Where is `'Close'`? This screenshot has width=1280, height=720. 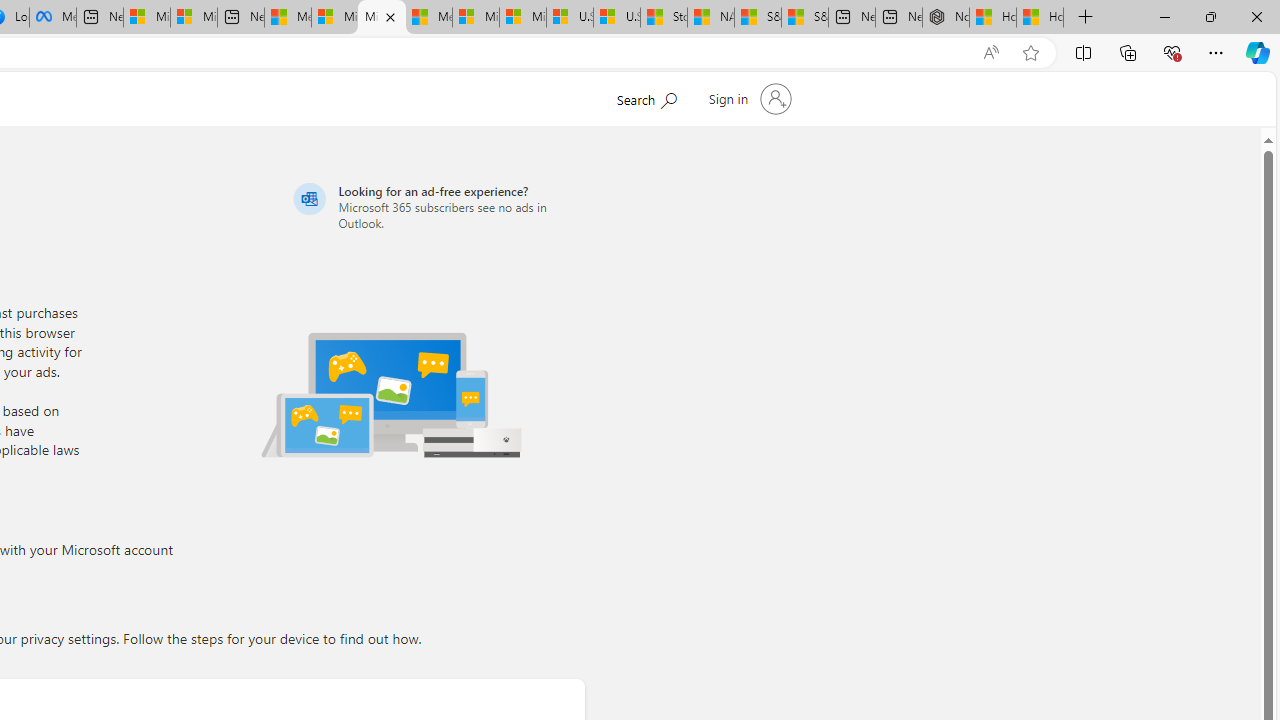
'Close' is located at coordinates (1255, 16).